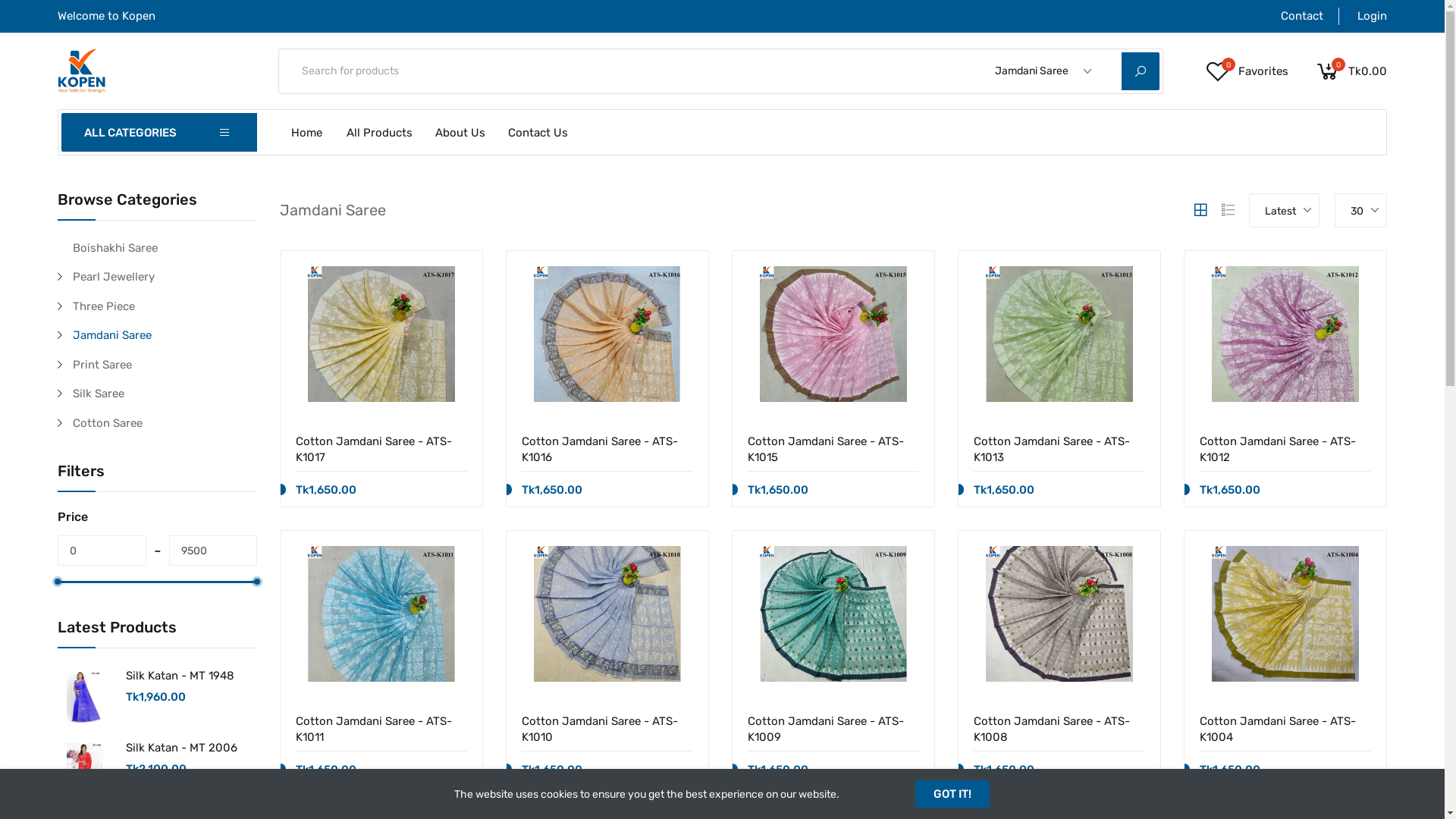 The height and width of the screenshot is (819, 1456). What do you see at coordinates (1363, 16) in the screenshot?
I see `'Login'` at bounding box center [1363, 16].